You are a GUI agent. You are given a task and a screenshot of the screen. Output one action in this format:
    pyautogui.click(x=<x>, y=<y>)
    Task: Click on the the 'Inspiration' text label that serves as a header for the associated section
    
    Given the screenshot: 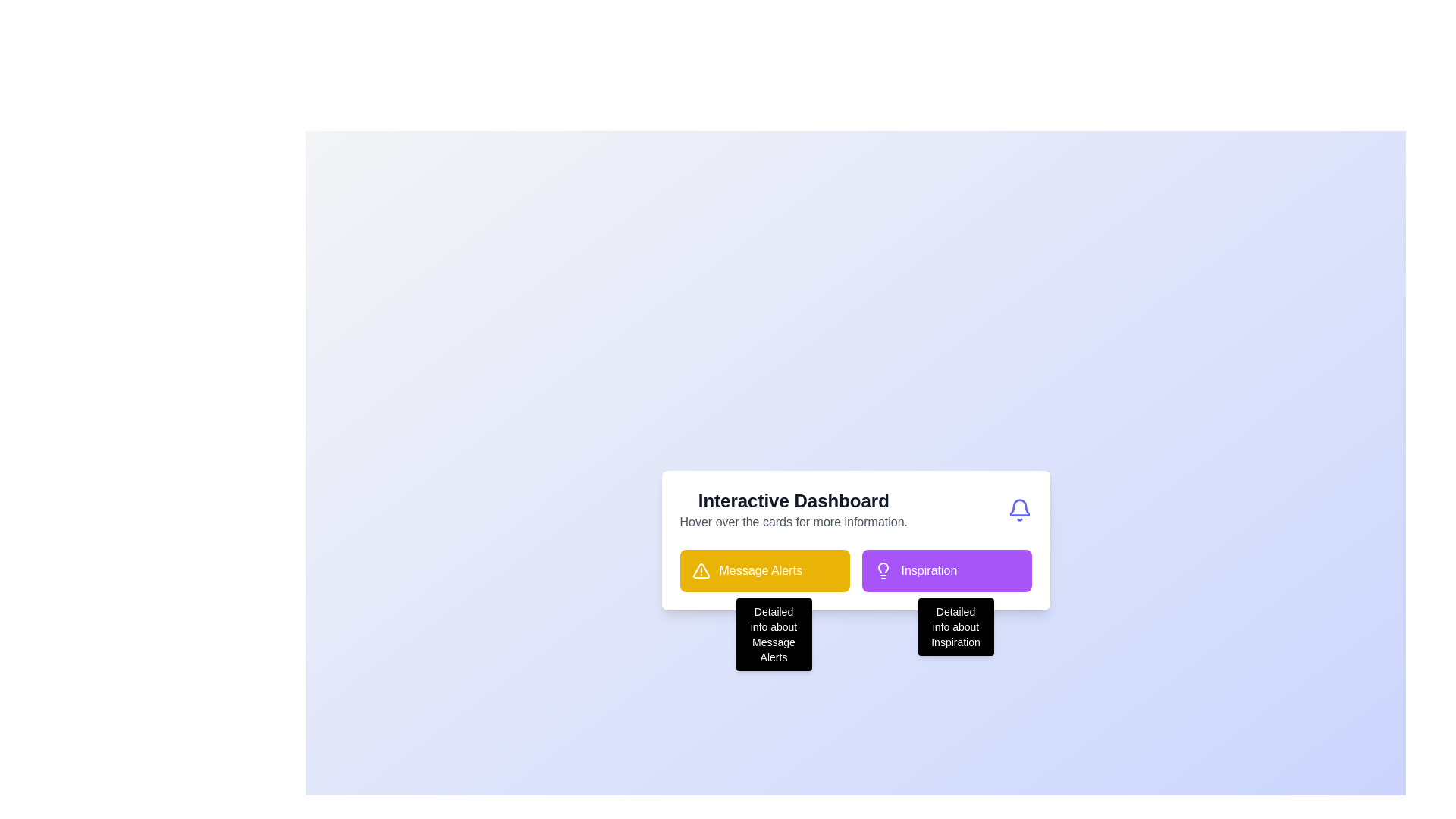 What is the action you would take?
    pyautogui.click(x=928, y=570)
    